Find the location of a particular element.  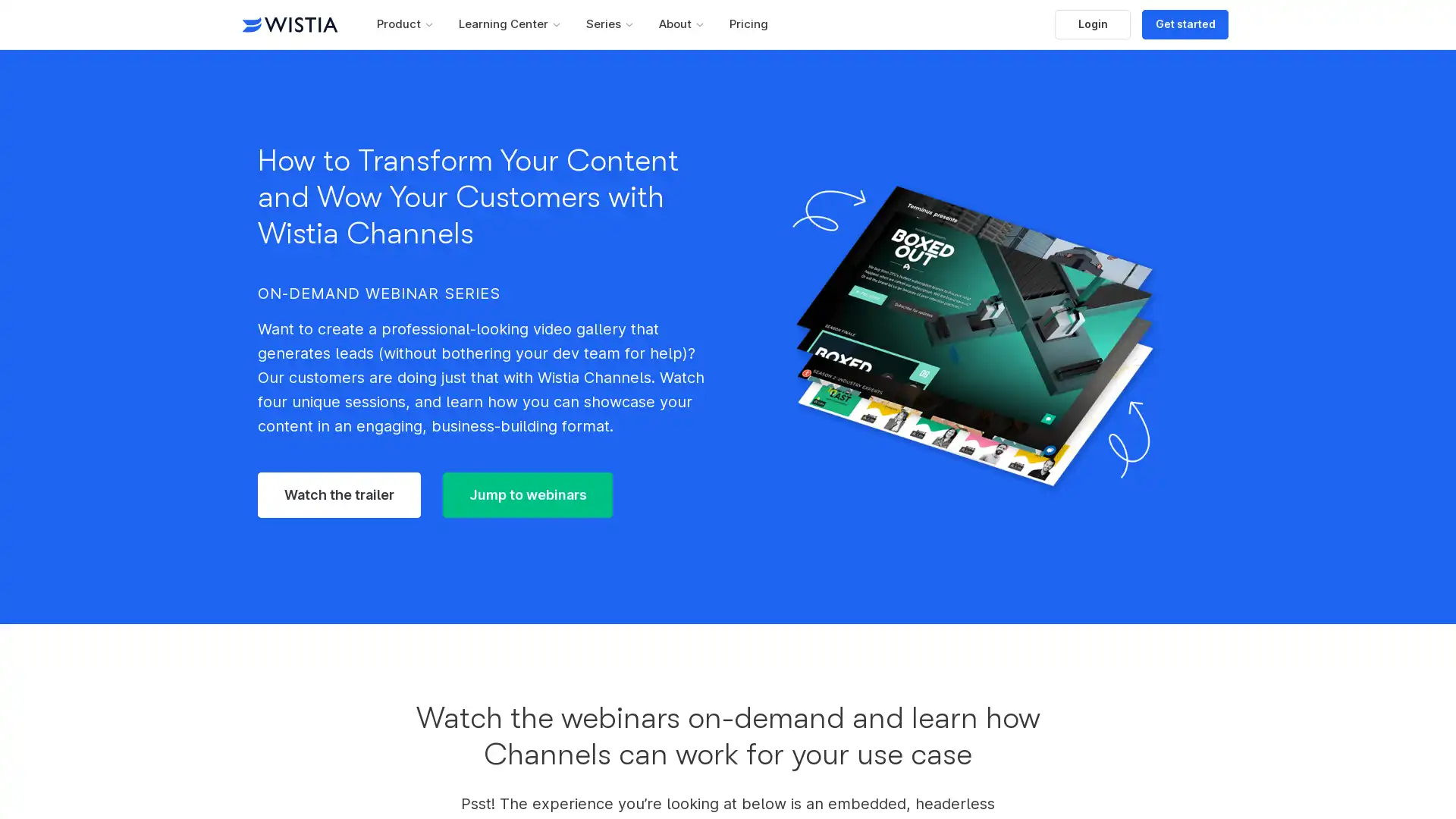

Learning Center is located at coordinates (509, 24).